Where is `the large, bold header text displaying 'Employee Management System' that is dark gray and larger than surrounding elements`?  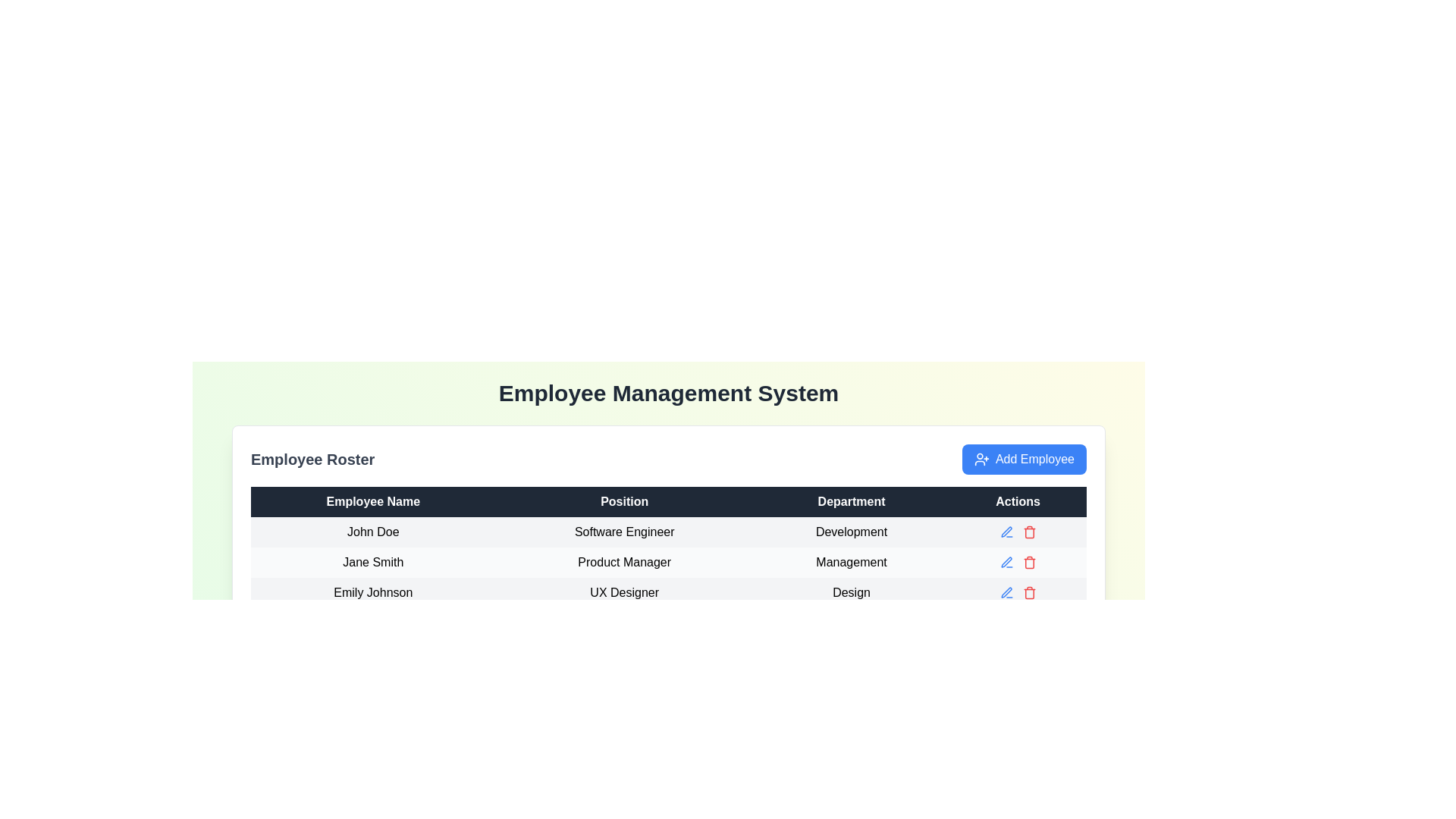
the large, bold header text displaying 'Employee Management System' that is dark gray and larger than surrounding elements is located at coordinates (668, 393).